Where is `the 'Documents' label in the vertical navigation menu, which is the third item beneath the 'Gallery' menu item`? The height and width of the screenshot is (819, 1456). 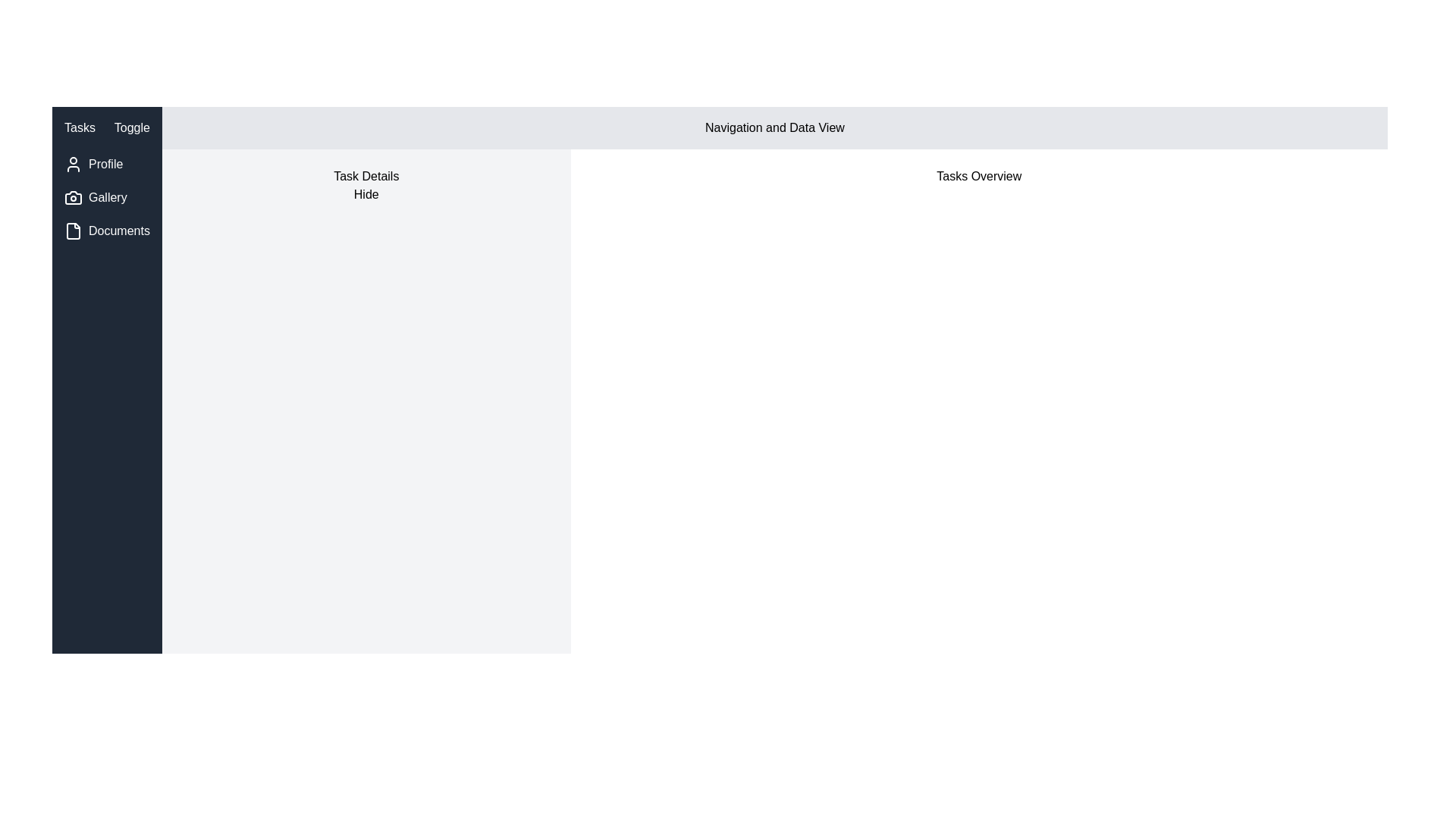
the 'Documents' label in the vertical navigation menu, which is the third item beneath the 'Gallery' menu item is located at coordinates (118, 231).